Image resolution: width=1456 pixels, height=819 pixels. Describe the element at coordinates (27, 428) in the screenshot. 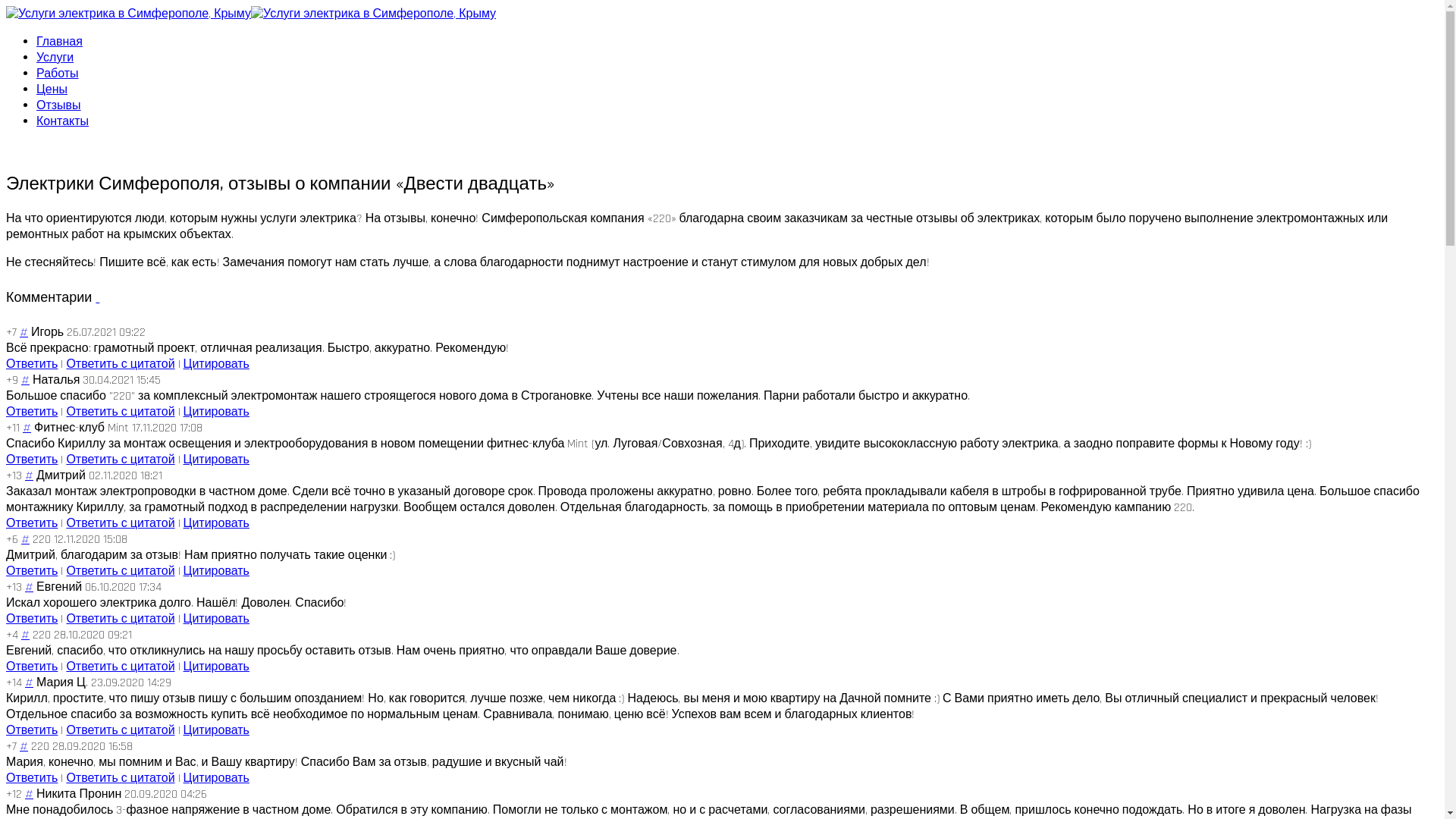

I see `'#'` at that location.